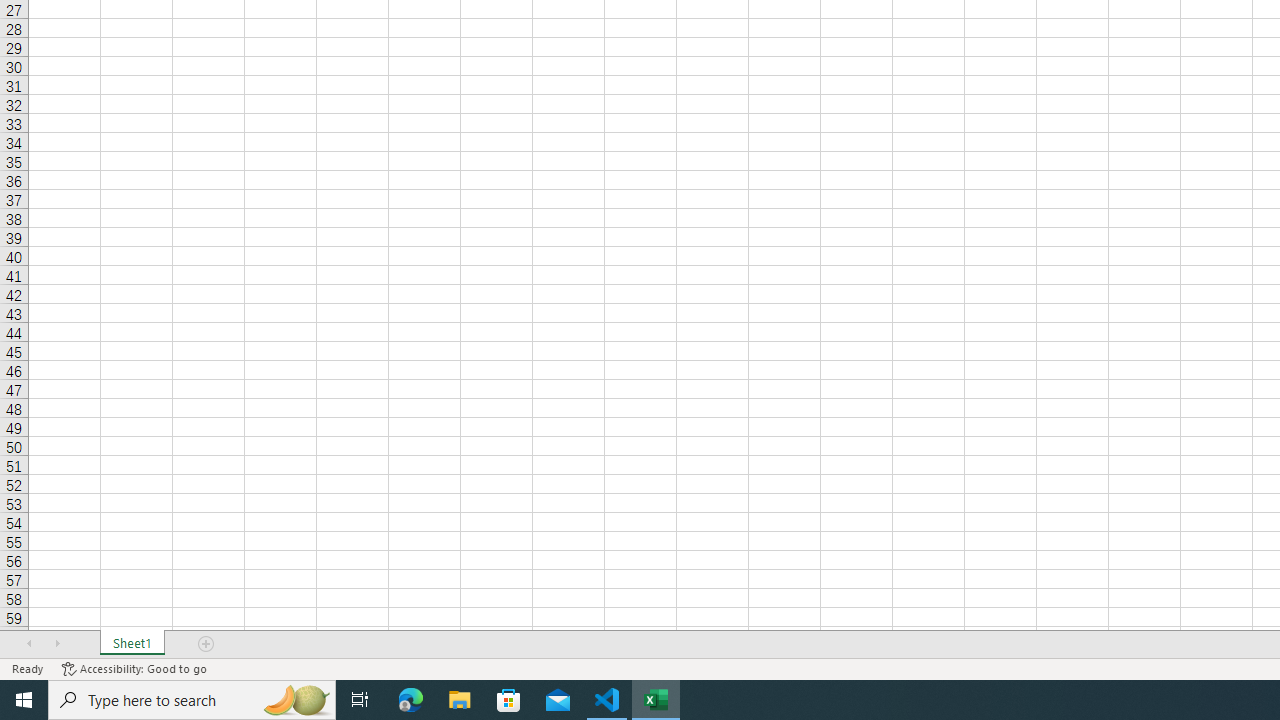  Describe the element at coordinates (57, 644) in the screenshot. I see `'Scroll Right'` at that location.